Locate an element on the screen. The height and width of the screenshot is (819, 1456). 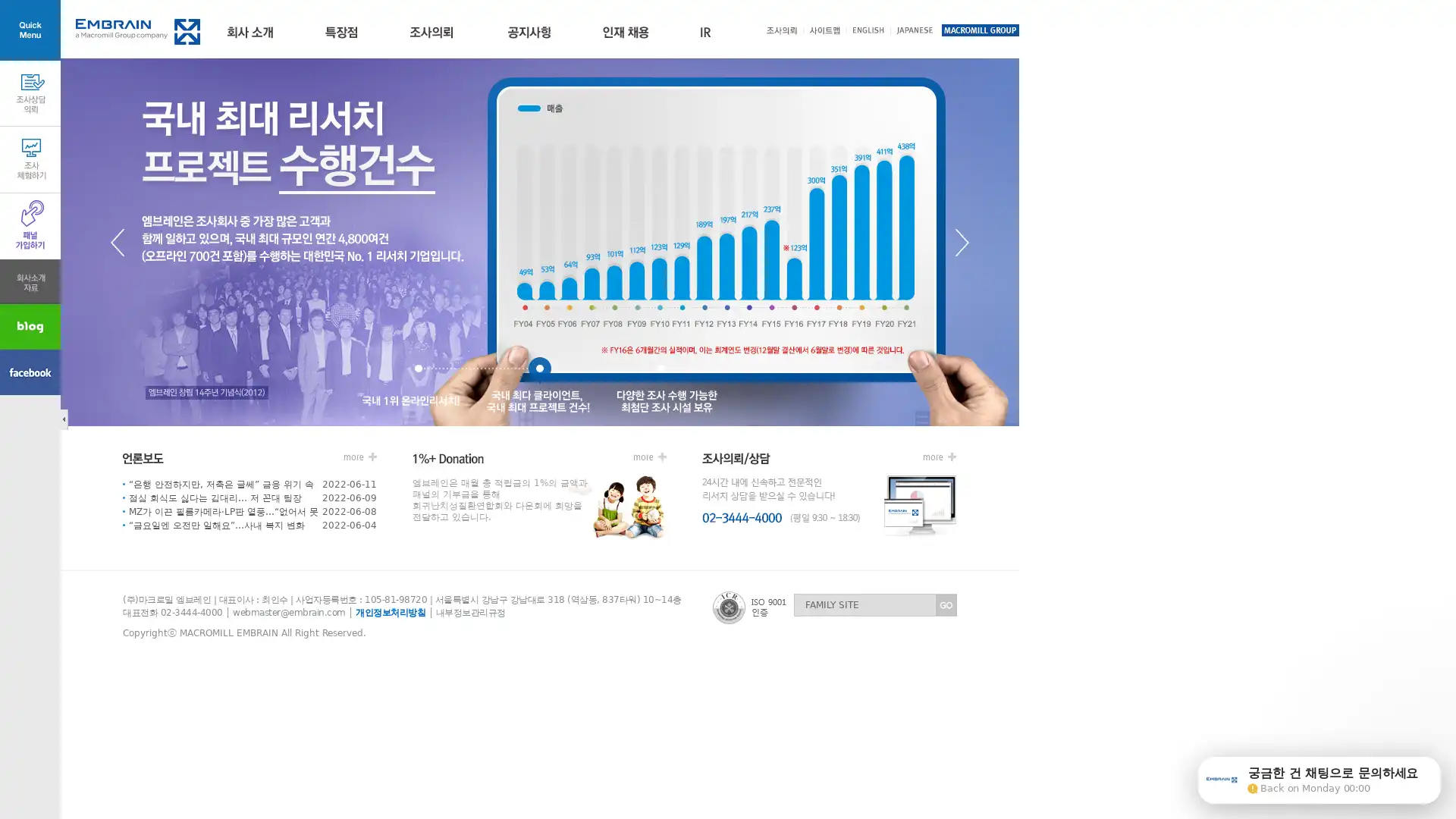
1 is located at coordinates (419, 371).